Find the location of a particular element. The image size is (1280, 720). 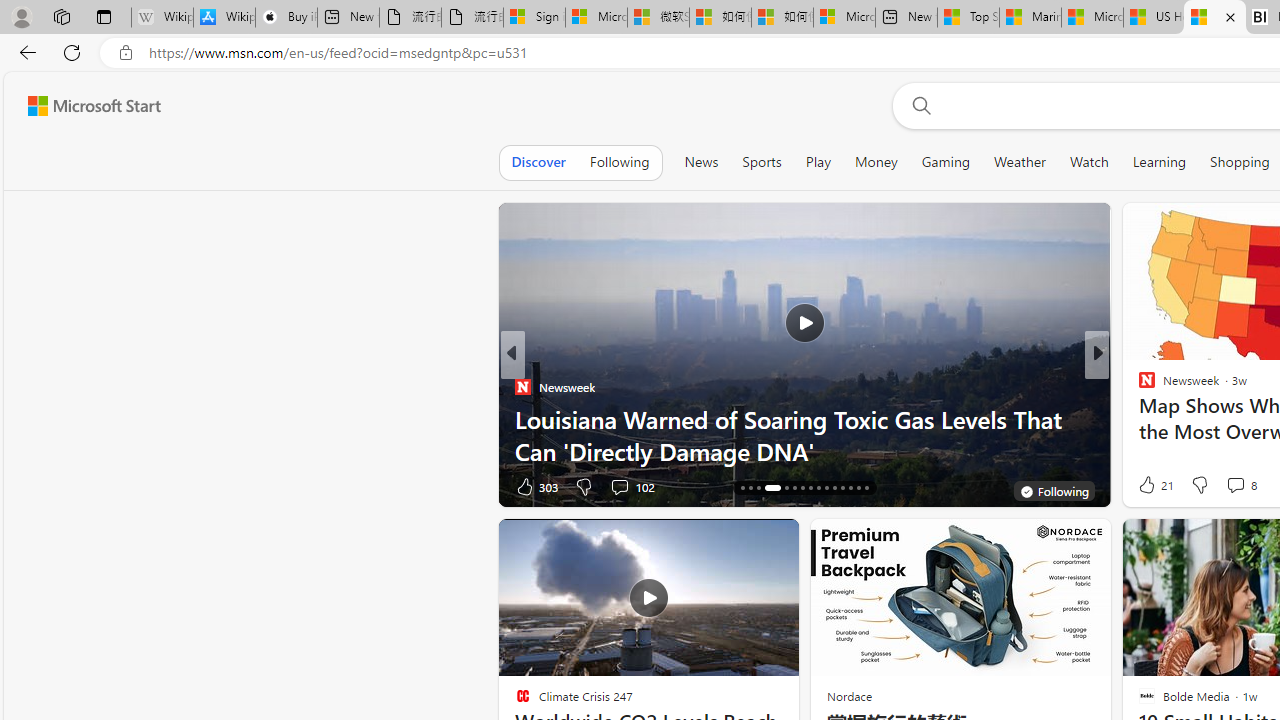

'257 Like' is located at coordinates (1152, 486).